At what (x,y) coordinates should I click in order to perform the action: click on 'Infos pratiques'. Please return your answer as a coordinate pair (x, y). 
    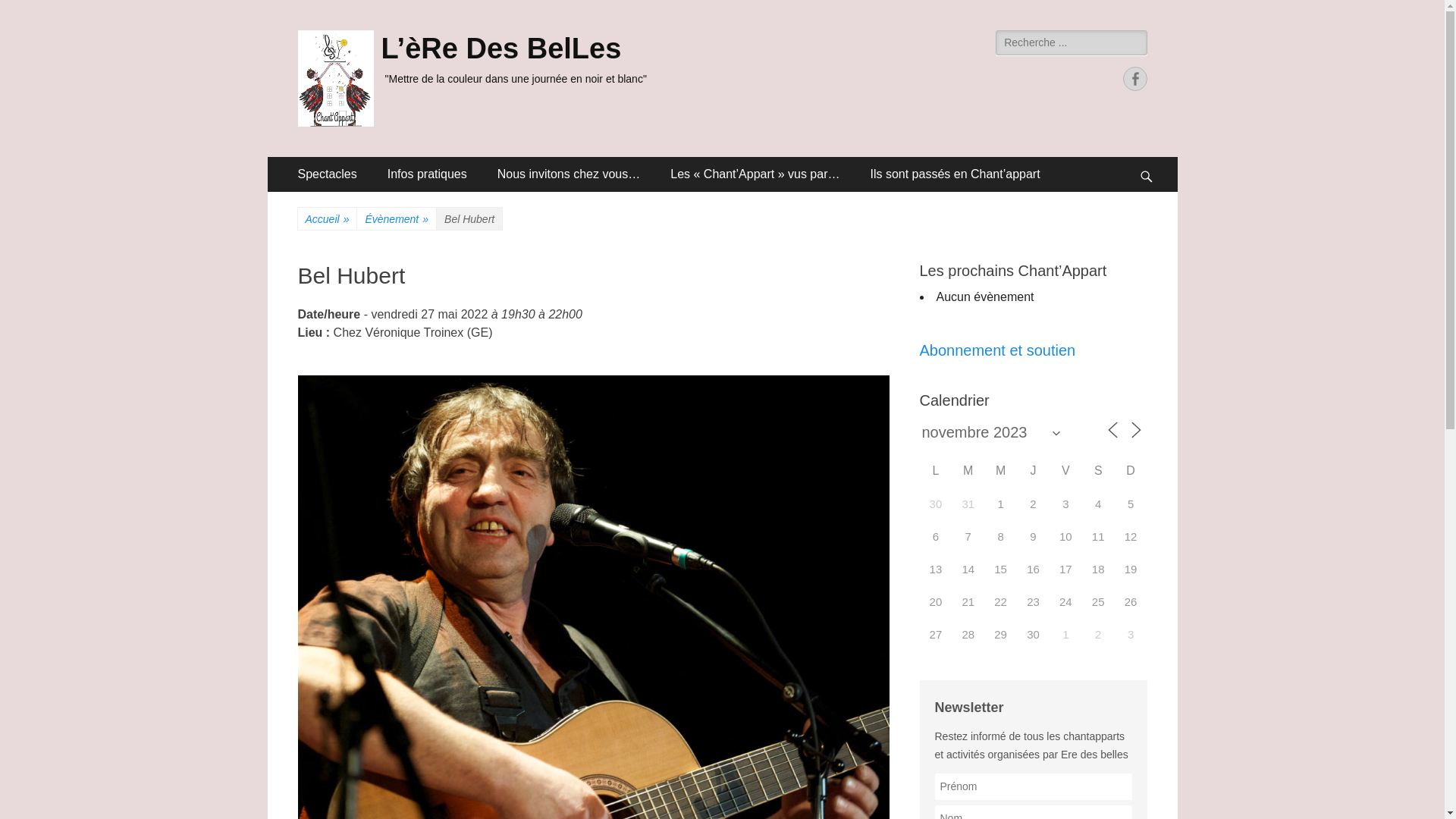
    Looking at the image, I should click on (426, 174).